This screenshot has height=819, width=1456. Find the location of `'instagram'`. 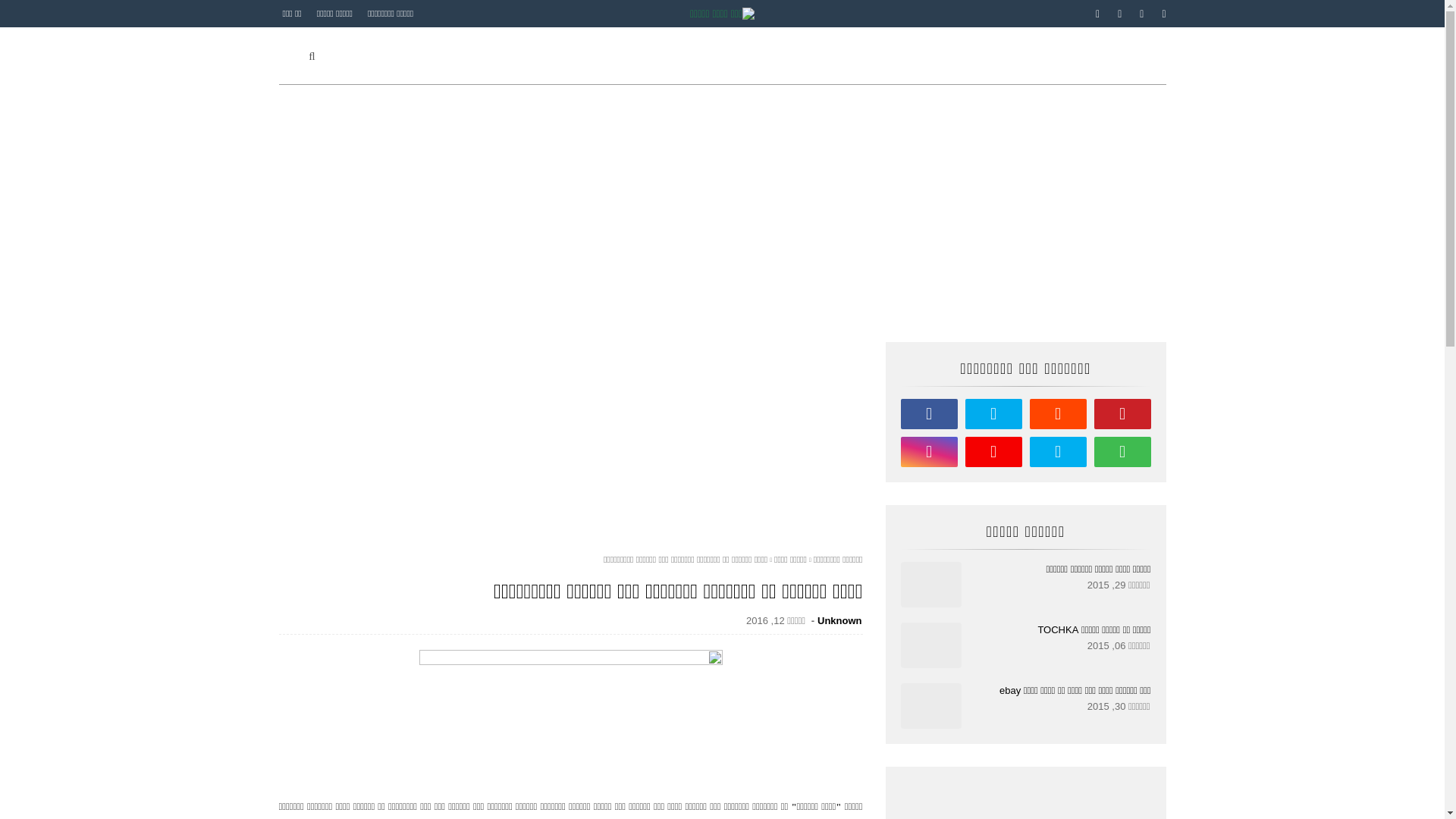

'instagram' is located at coordinates (1141, 13).